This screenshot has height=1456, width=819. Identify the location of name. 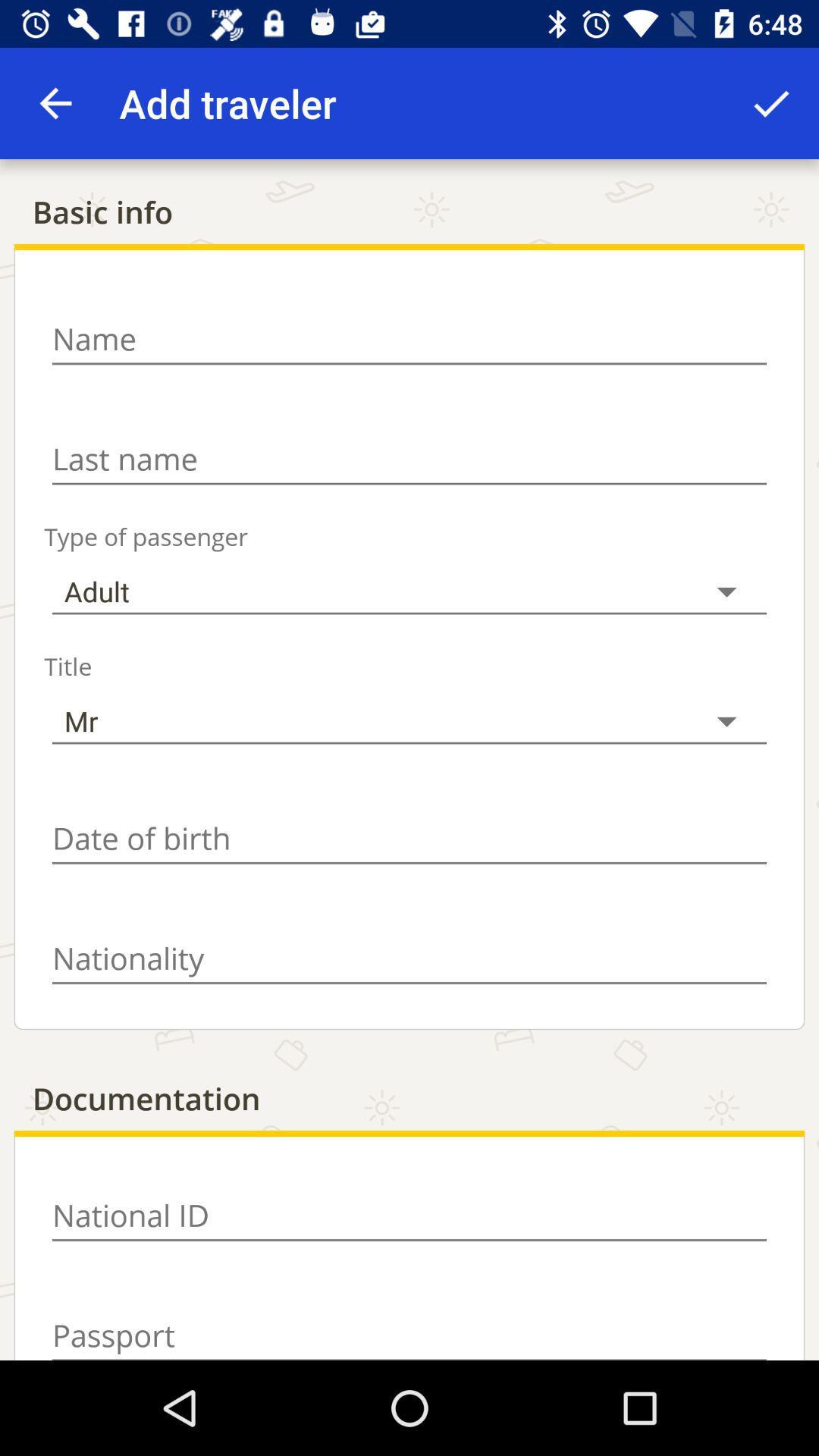
(409, 338).